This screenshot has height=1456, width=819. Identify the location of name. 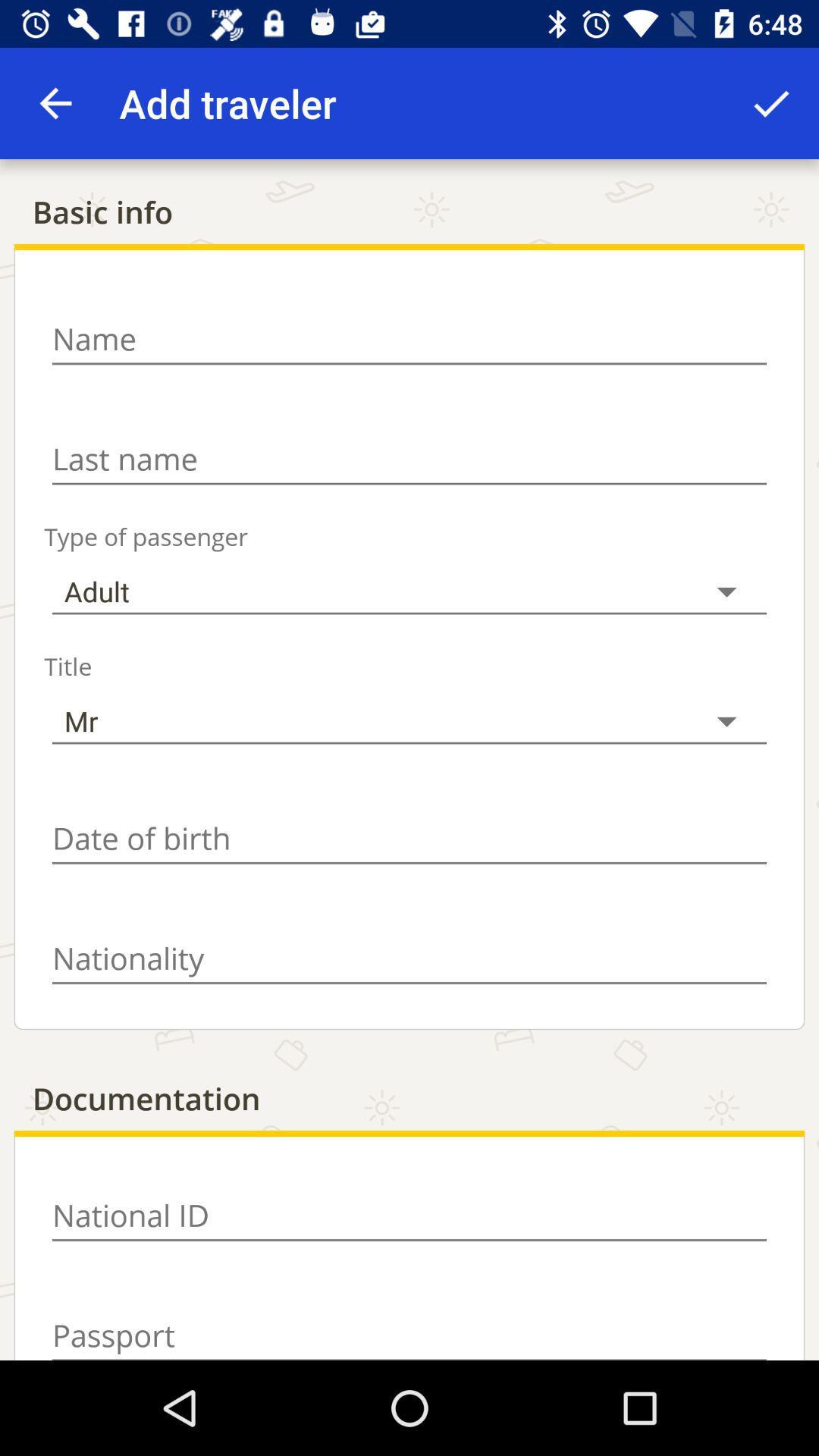
(409, 338).